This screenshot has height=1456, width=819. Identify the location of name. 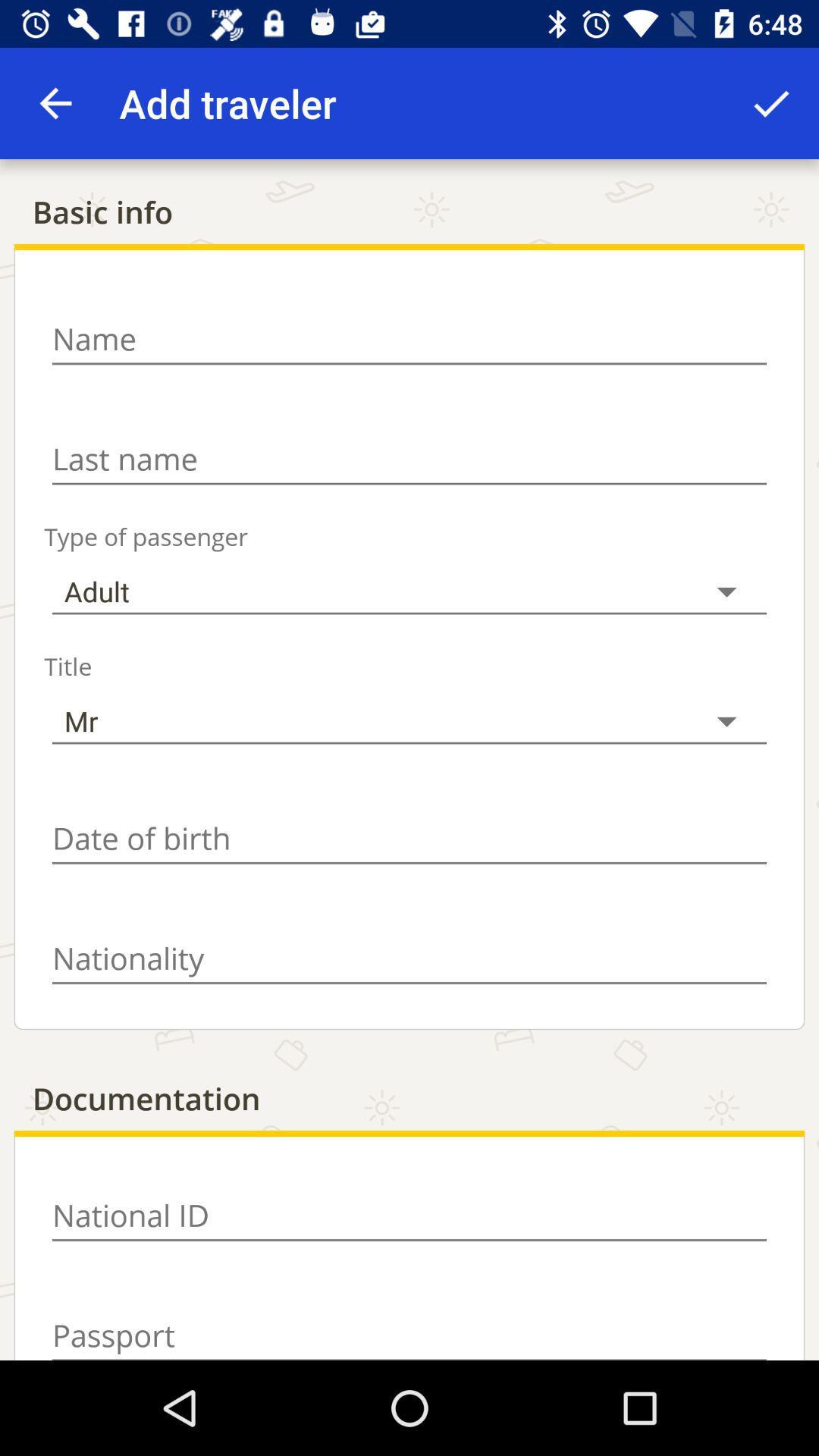
(409, 338).